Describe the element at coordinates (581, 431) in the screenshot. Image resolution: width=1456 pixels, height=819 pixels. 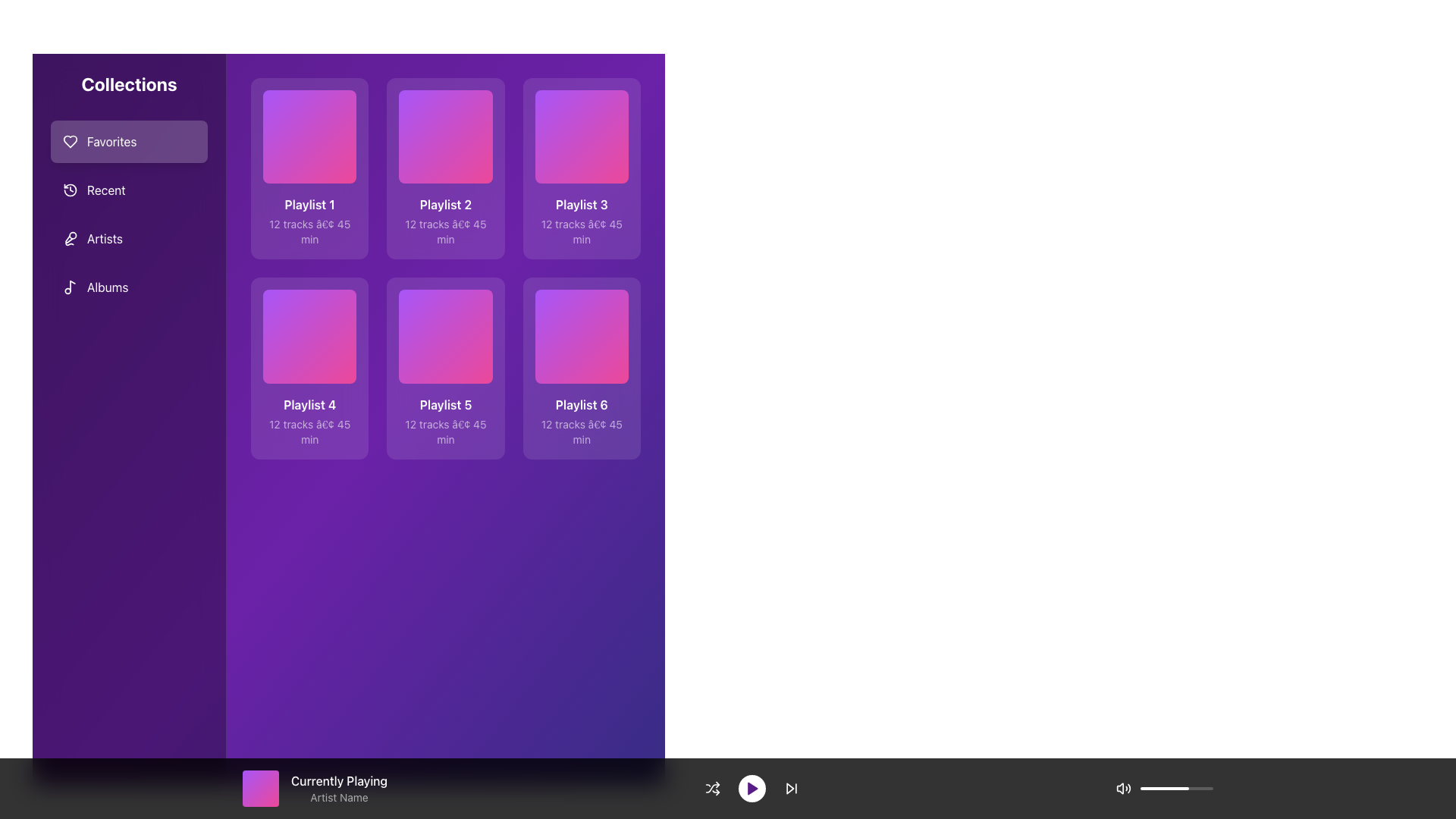
I see `the Text label that provides meta-information about the playlist, specifically the number of tracks and total duration, located in the bottom-right corner of the sixth playlist card under the title 'Playlist 6'` at that location.